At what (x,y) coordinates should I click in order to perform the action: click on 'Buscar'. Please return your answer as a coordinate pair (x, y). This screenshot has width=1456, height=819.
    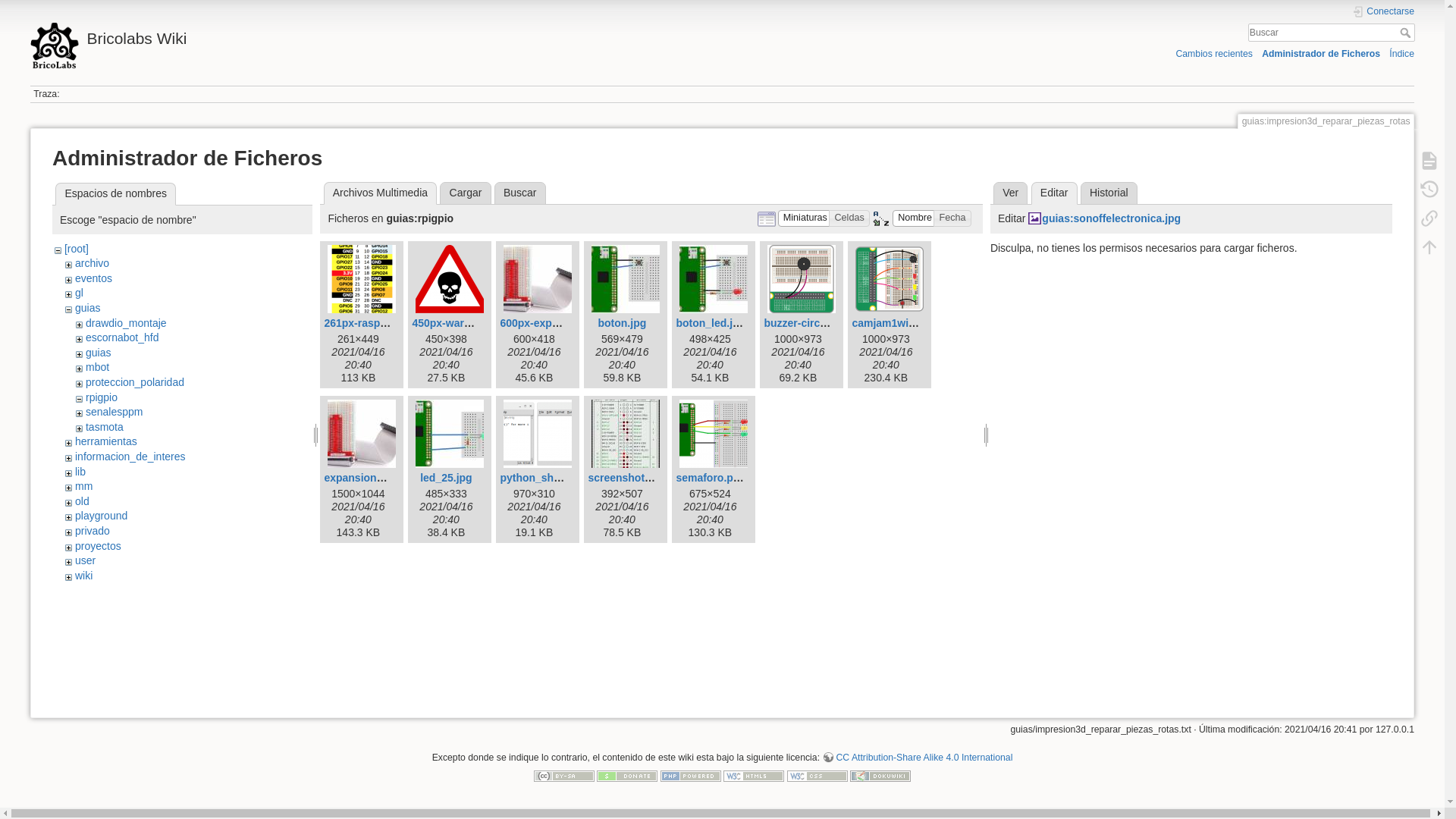
    Looking at the image, I should click on (494, 192).